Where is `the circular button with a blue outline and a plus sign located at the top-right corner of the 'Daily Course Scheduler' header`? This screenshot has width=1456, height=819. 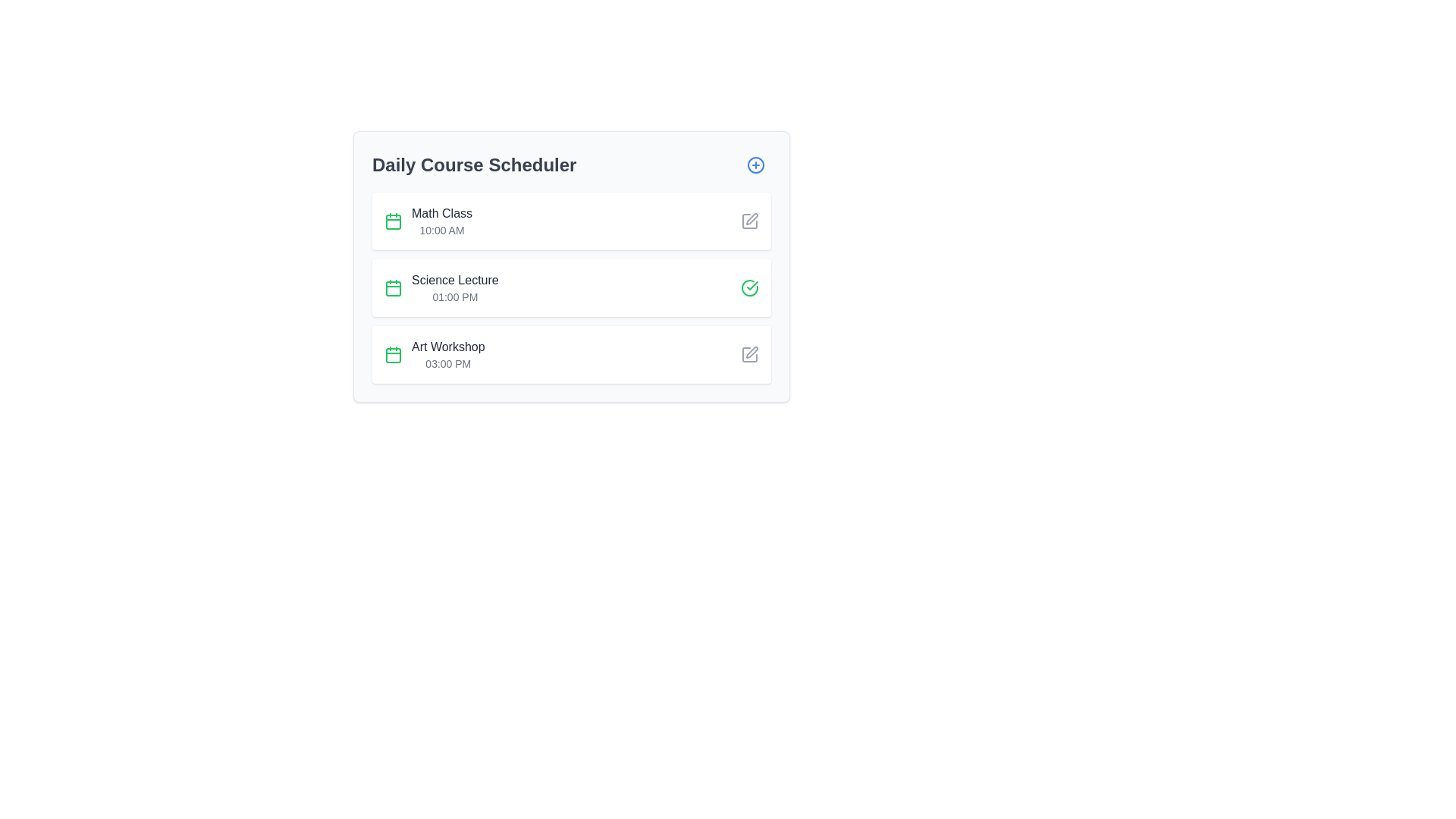
the circular button with a blue outline and a plus sign located at the top-right corner of the 'Daily Course Scheduler' header is located at coordinates (756, 165).